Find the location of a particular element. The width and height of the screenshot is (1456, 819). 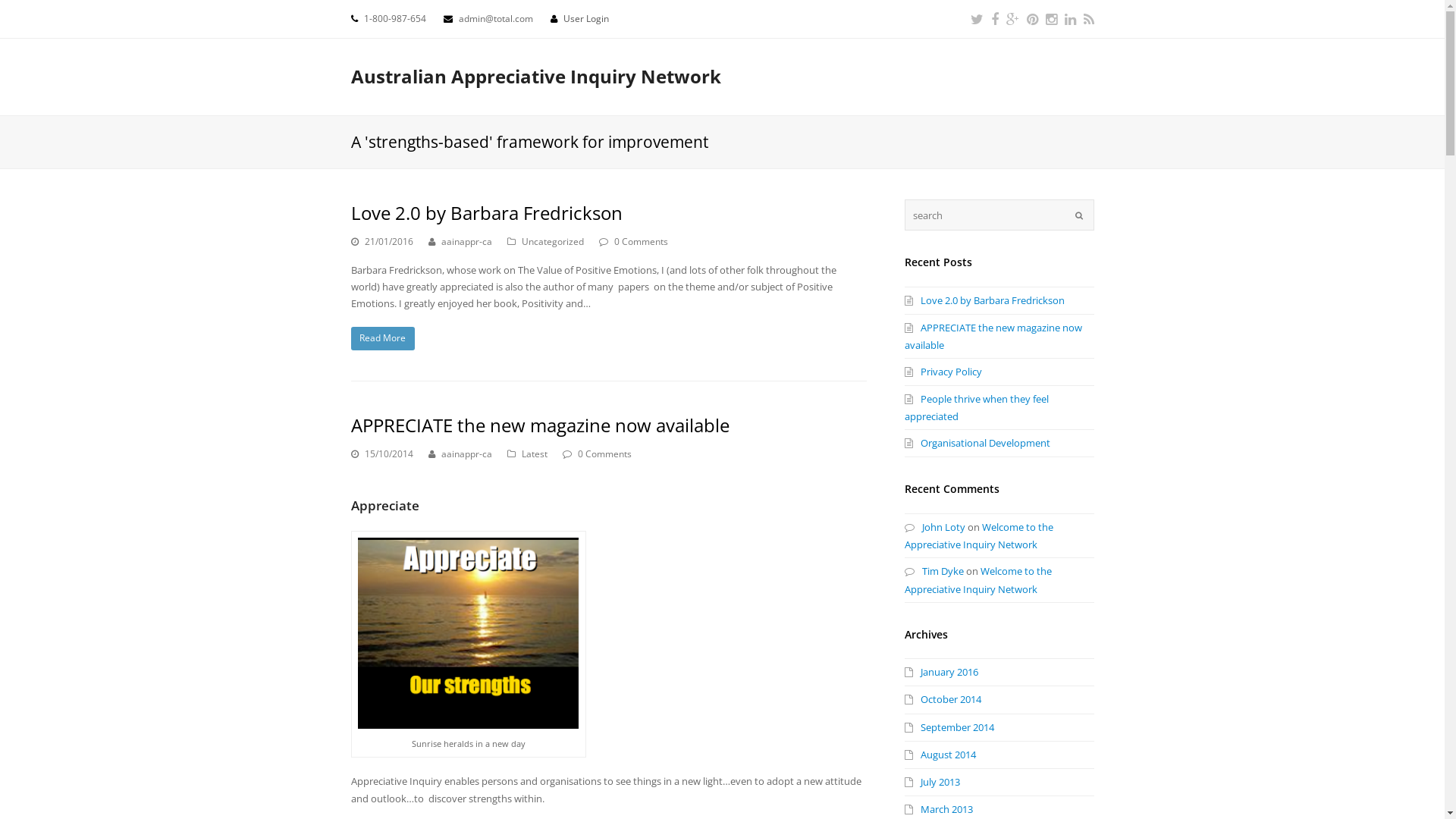

'September 2014' is located at coordinates (948, 726).